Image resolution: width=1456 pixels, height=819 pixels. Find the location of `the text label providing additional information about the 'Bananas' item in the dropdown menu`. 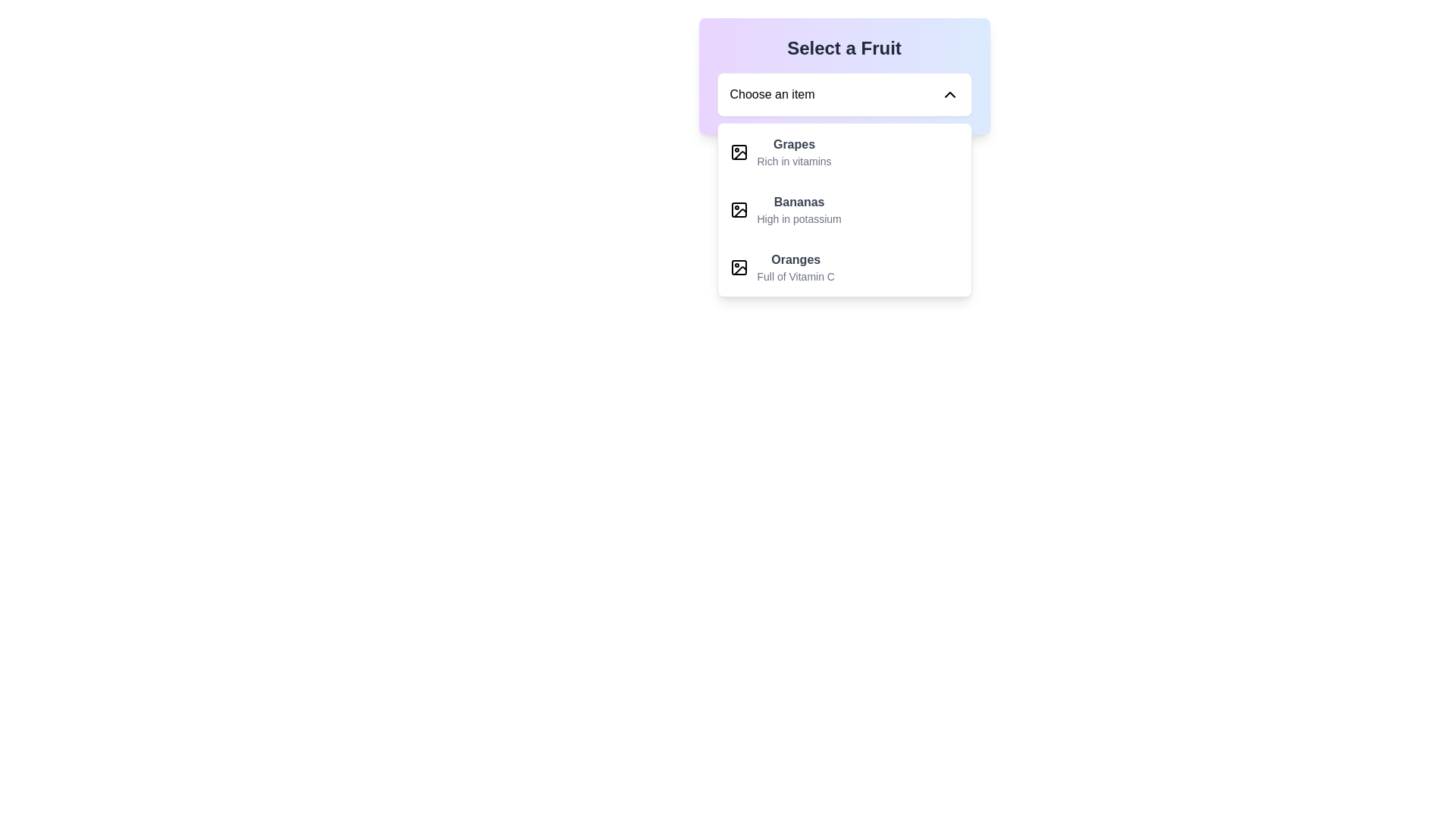

the text label providing additional information about the 'Bananas' item in the dropdown menu is located at coordinates (799, 219).